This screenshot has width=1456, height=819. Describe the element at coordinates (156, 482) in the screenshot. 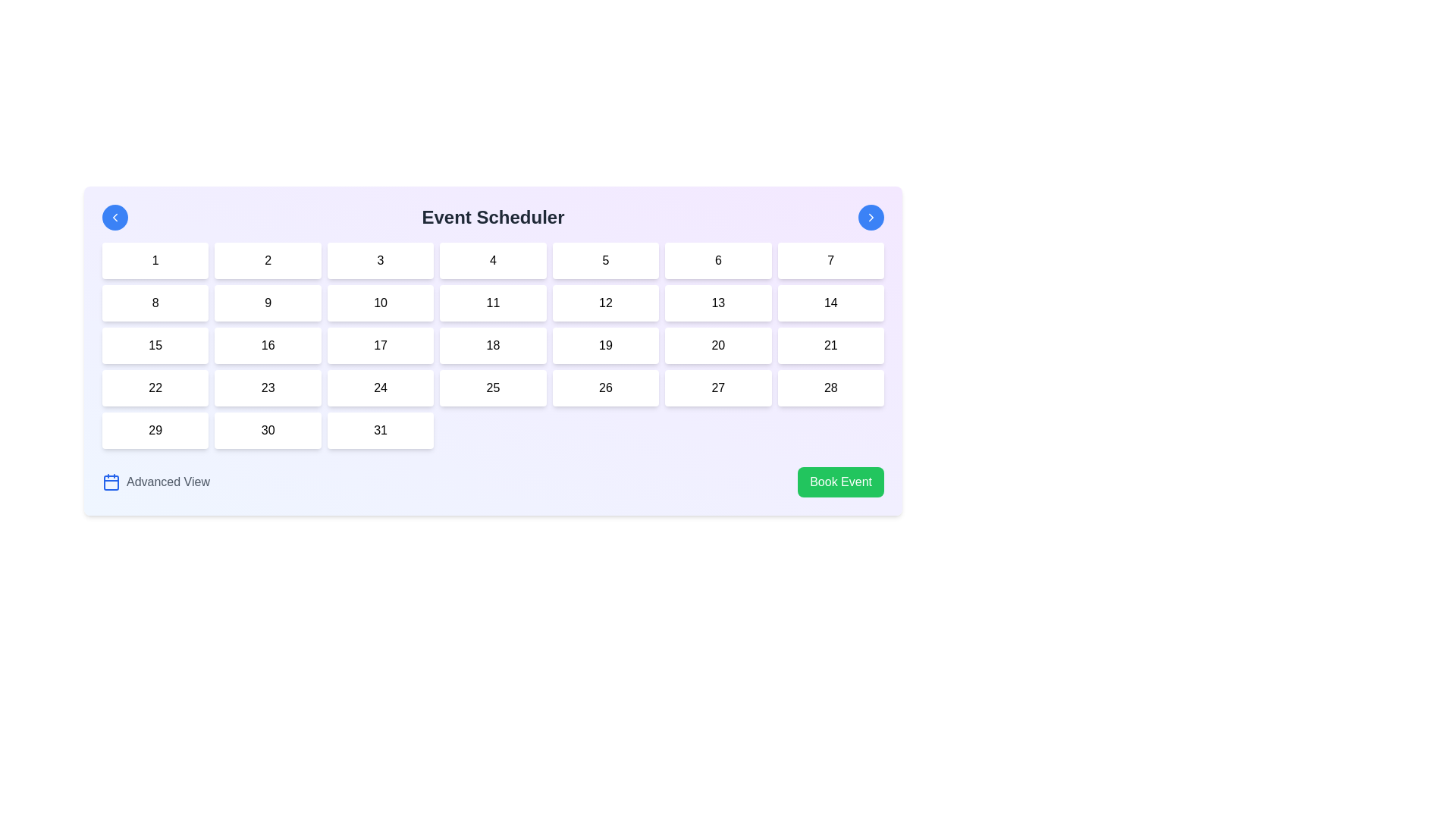

I see `the 'Advanced View' label with the blue calendar icon` at that location.